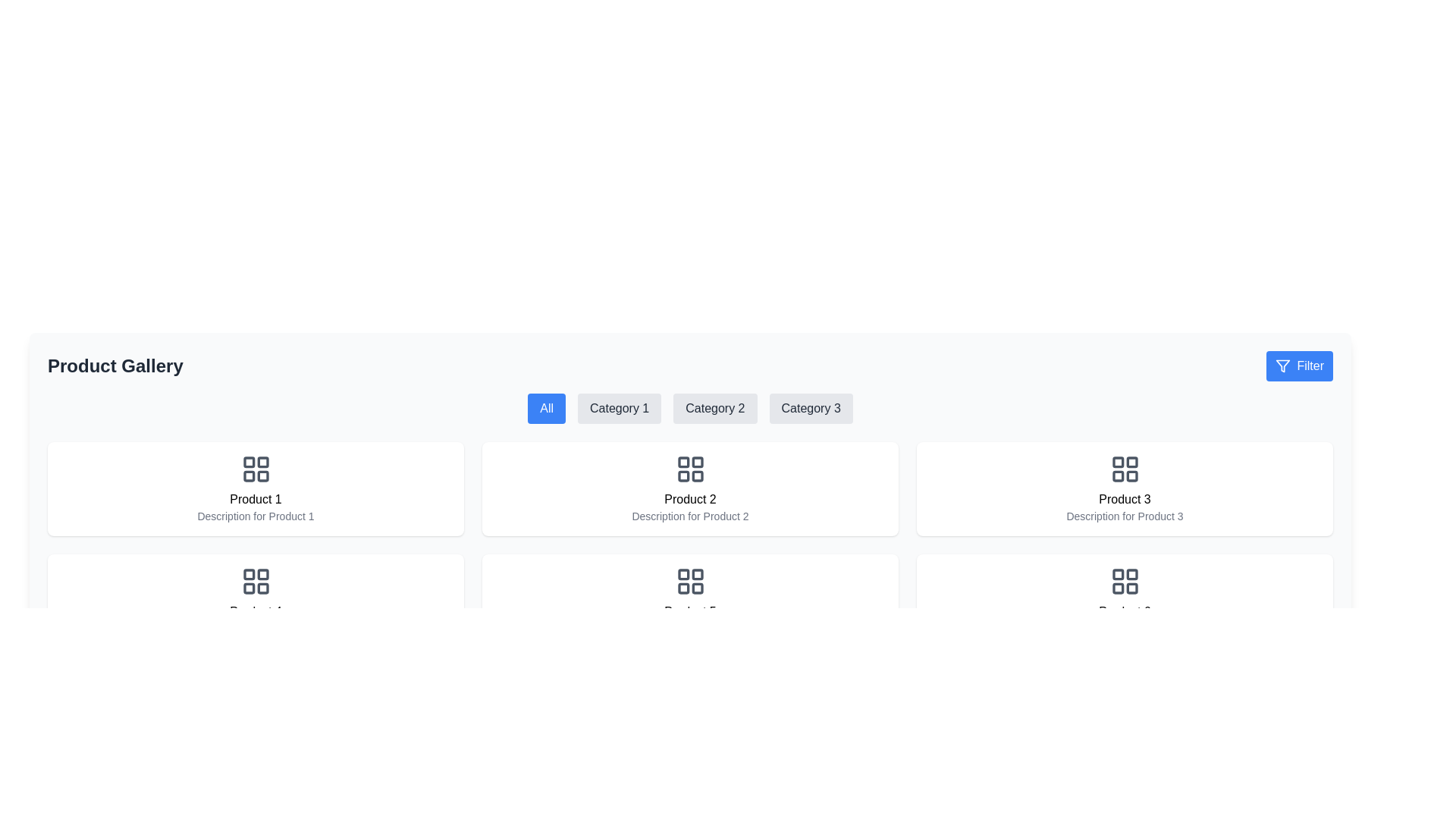 This screenshot has height=819, width=1456. What do you see at coordinates (696, 461) in the screenshot?
I see `the visual state of the top-right square within the 2x2 grid icon representing 'Product 2'` at bounding box center [696, 461].